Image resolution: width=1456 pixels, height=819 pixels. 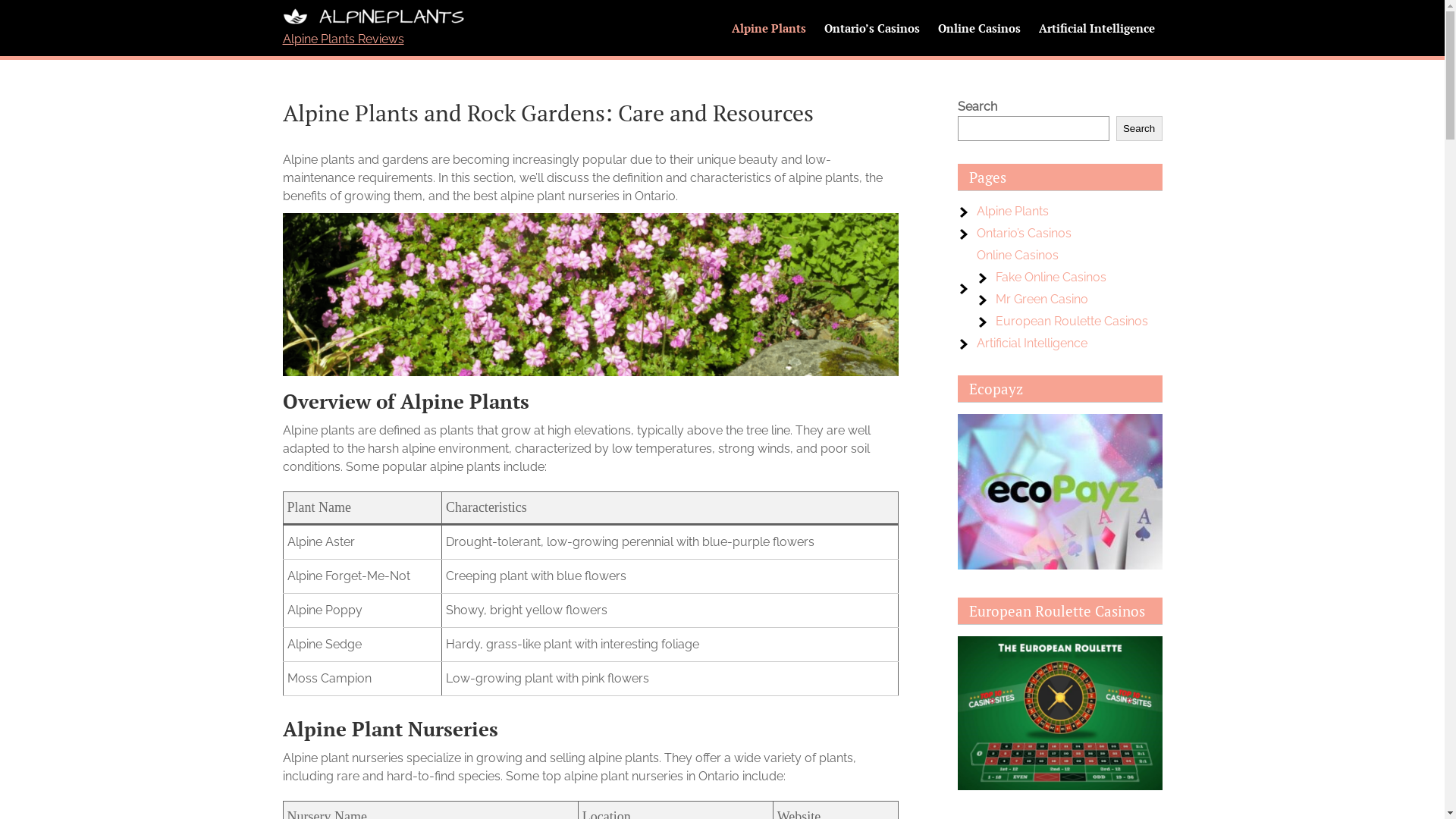 I want to click on 'Alpine Plants', so click(x=767, y=28).